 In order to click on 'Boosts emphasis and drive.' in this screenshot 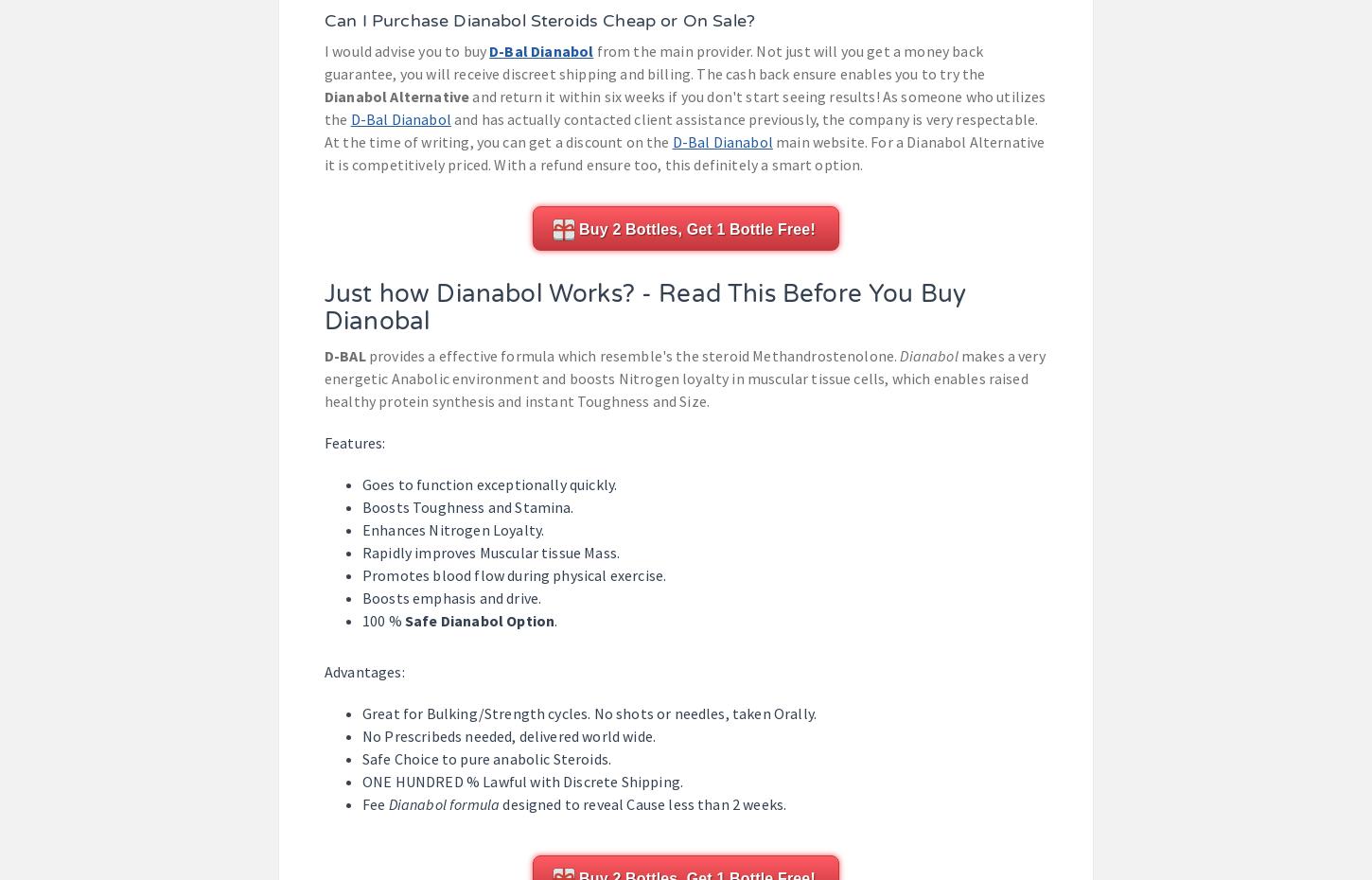, I will do `click(450, 596)`.